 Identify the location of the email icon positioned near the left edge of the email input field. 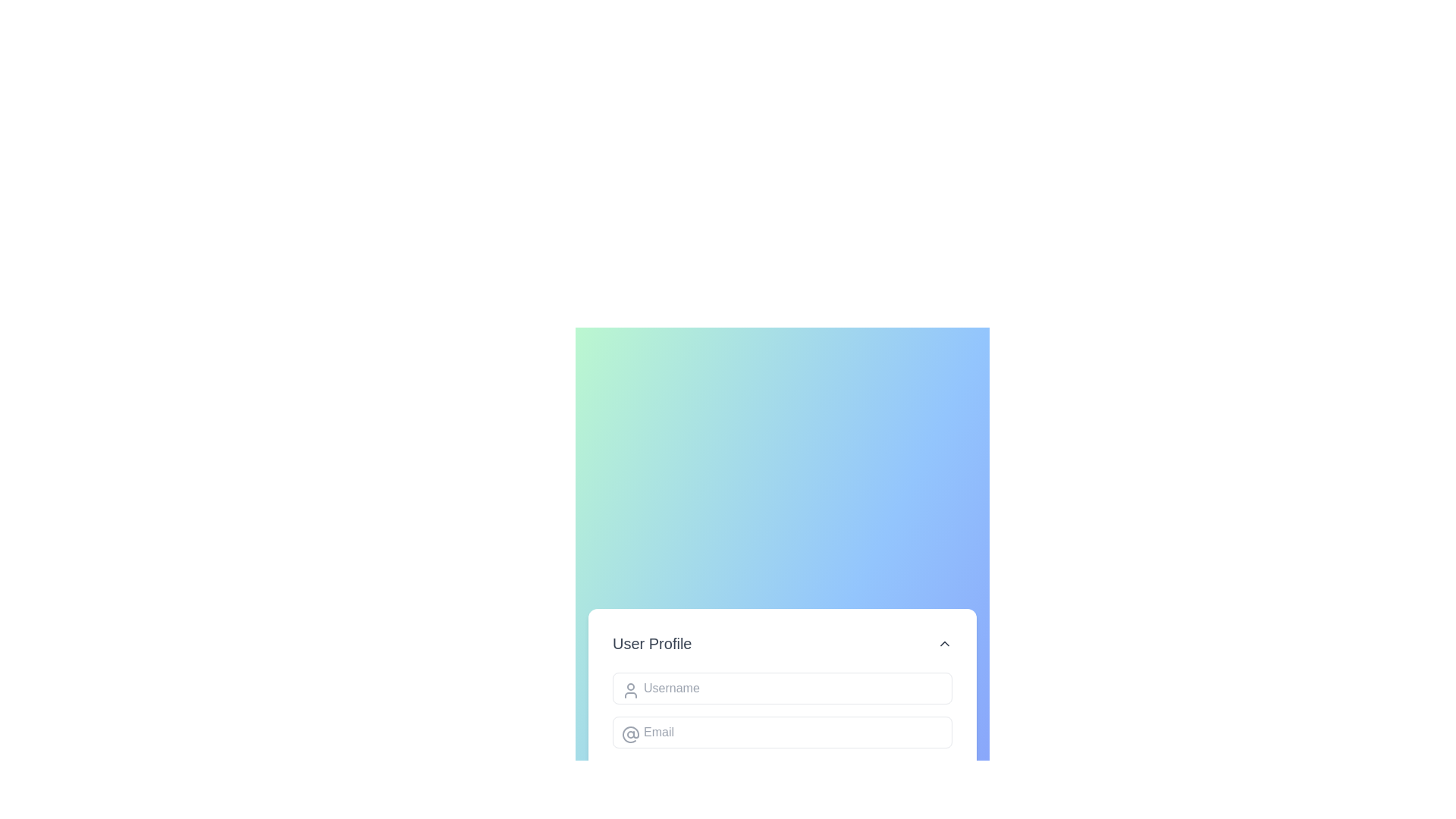
(630, 733).